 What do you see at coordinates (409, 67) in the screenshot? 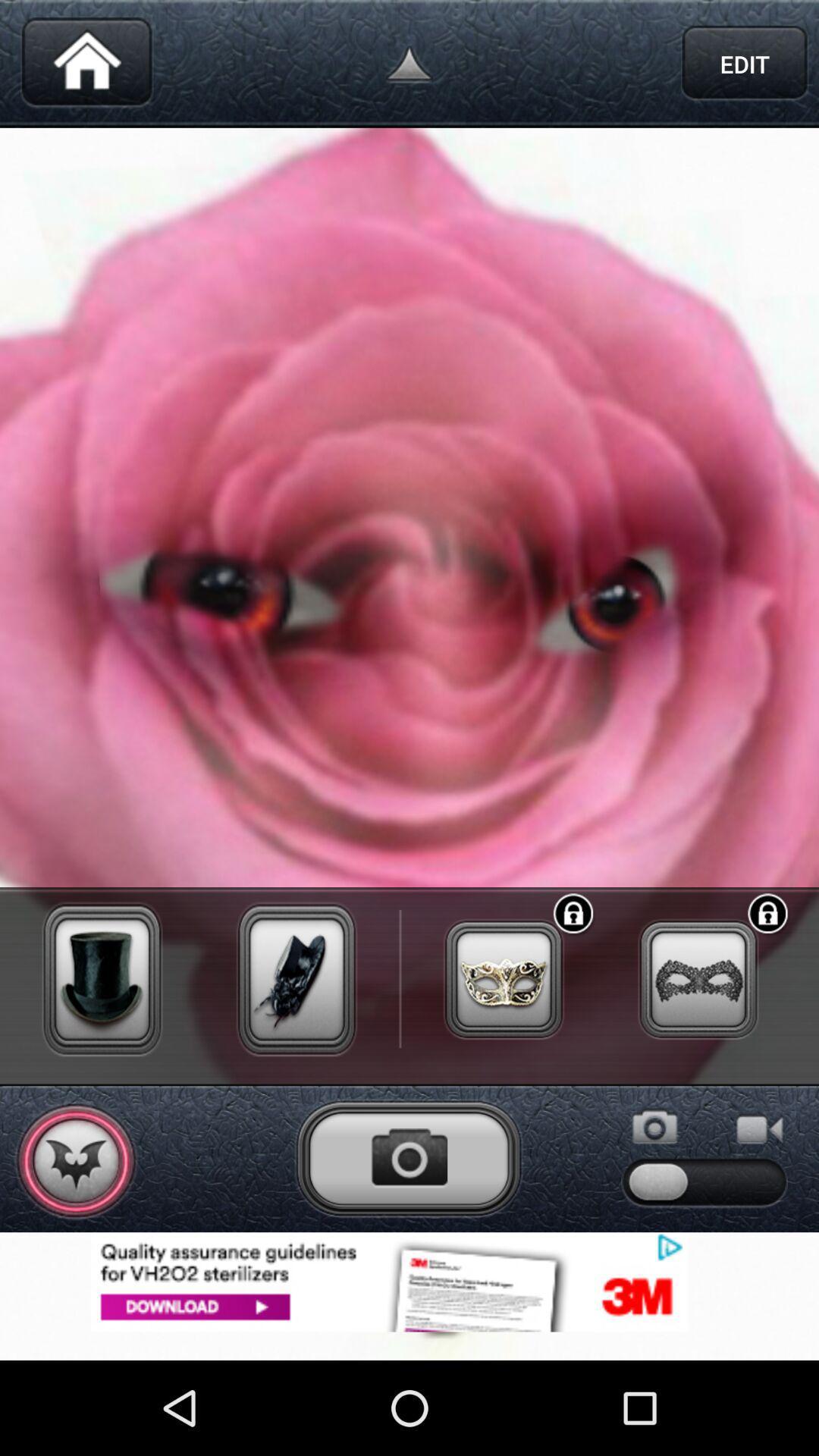
I see `the arrow_upward icon` at bounding box center [409, 67].